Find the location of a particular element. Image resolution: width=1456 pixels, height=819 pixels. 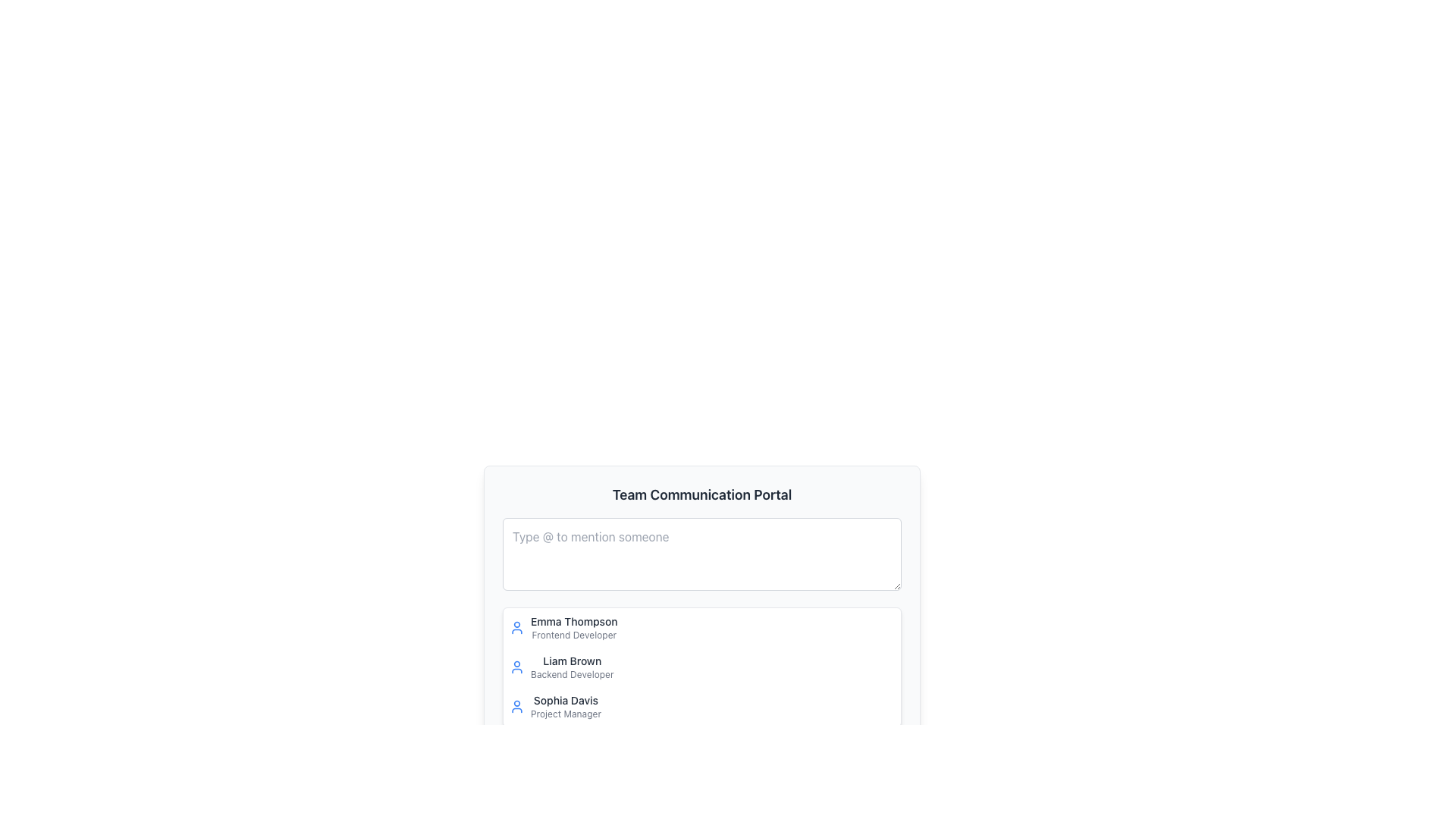

the static text label displaying the name 'Sophia Davis', which is located in the lower part of the vertical list in the main content area is located at coordinates (565, 701).